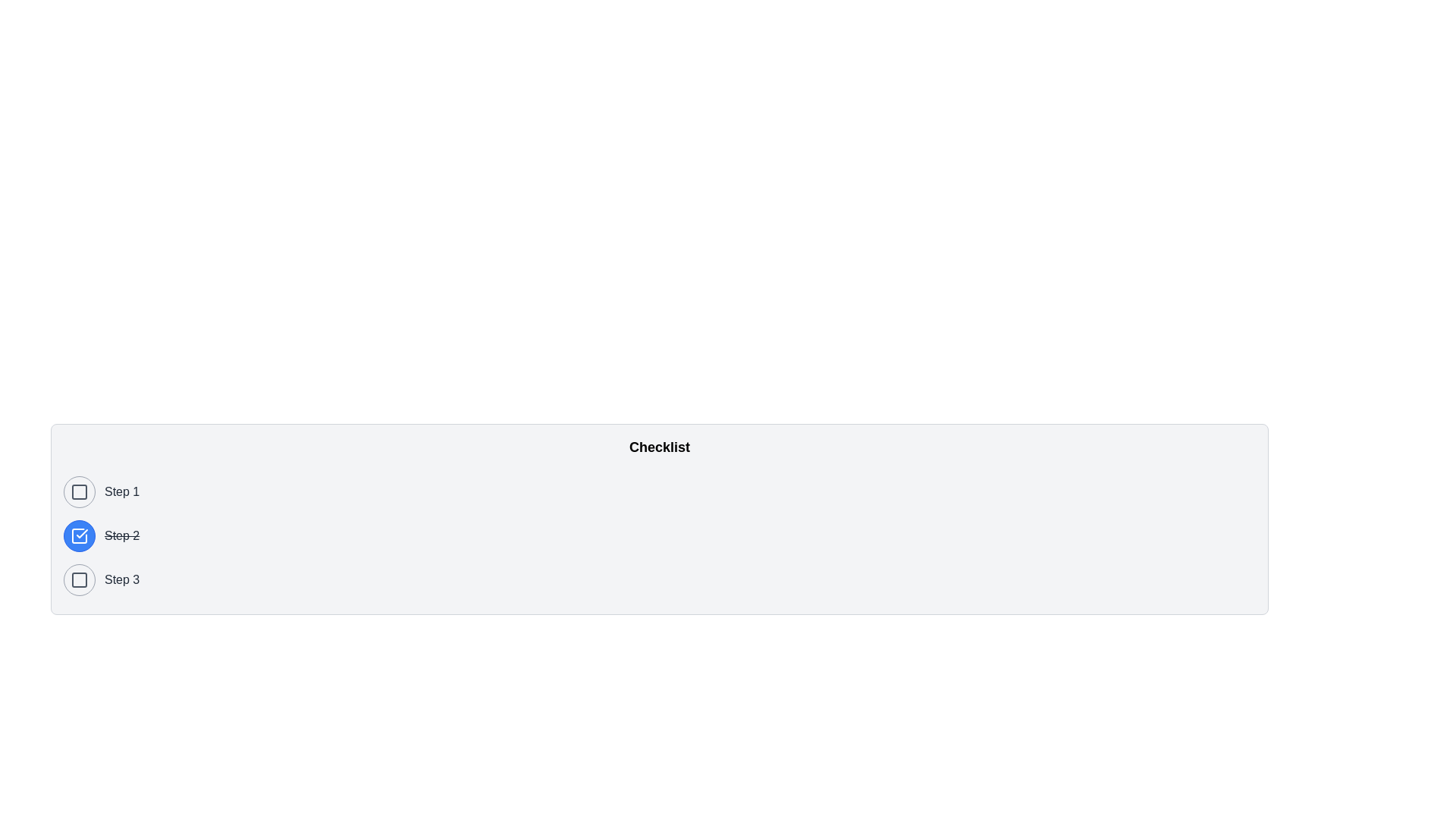 The image size is (1456, 819). I want to click on the 'Checklist' label, which is a bold and large text element positioned at the top of the checklist section, so click(659, 447).